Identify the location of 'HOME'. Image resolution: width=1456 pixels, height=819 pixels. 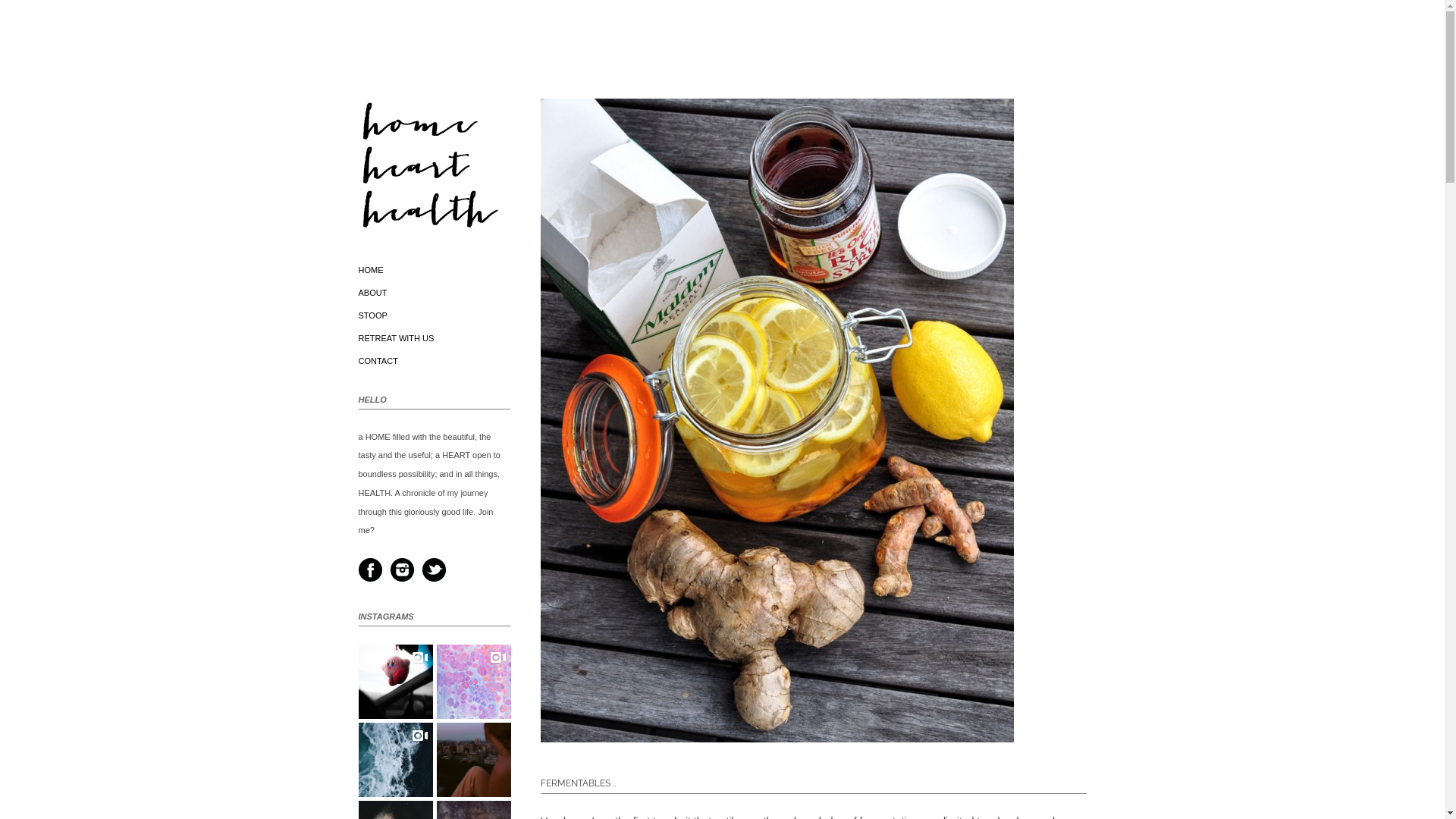
(370, 268).